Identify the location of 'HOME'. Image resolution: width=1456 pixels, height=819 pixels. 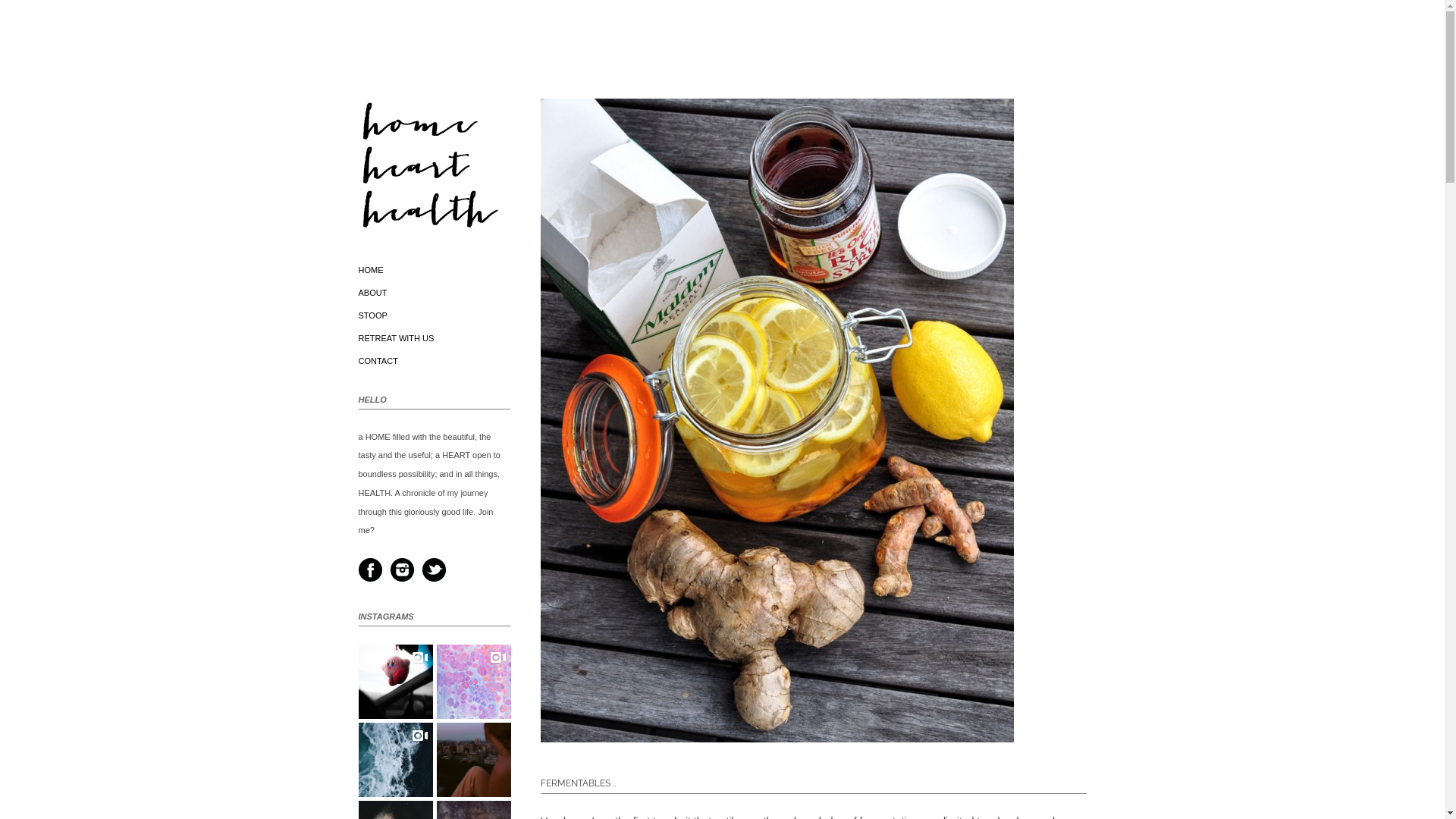
(370, 268).